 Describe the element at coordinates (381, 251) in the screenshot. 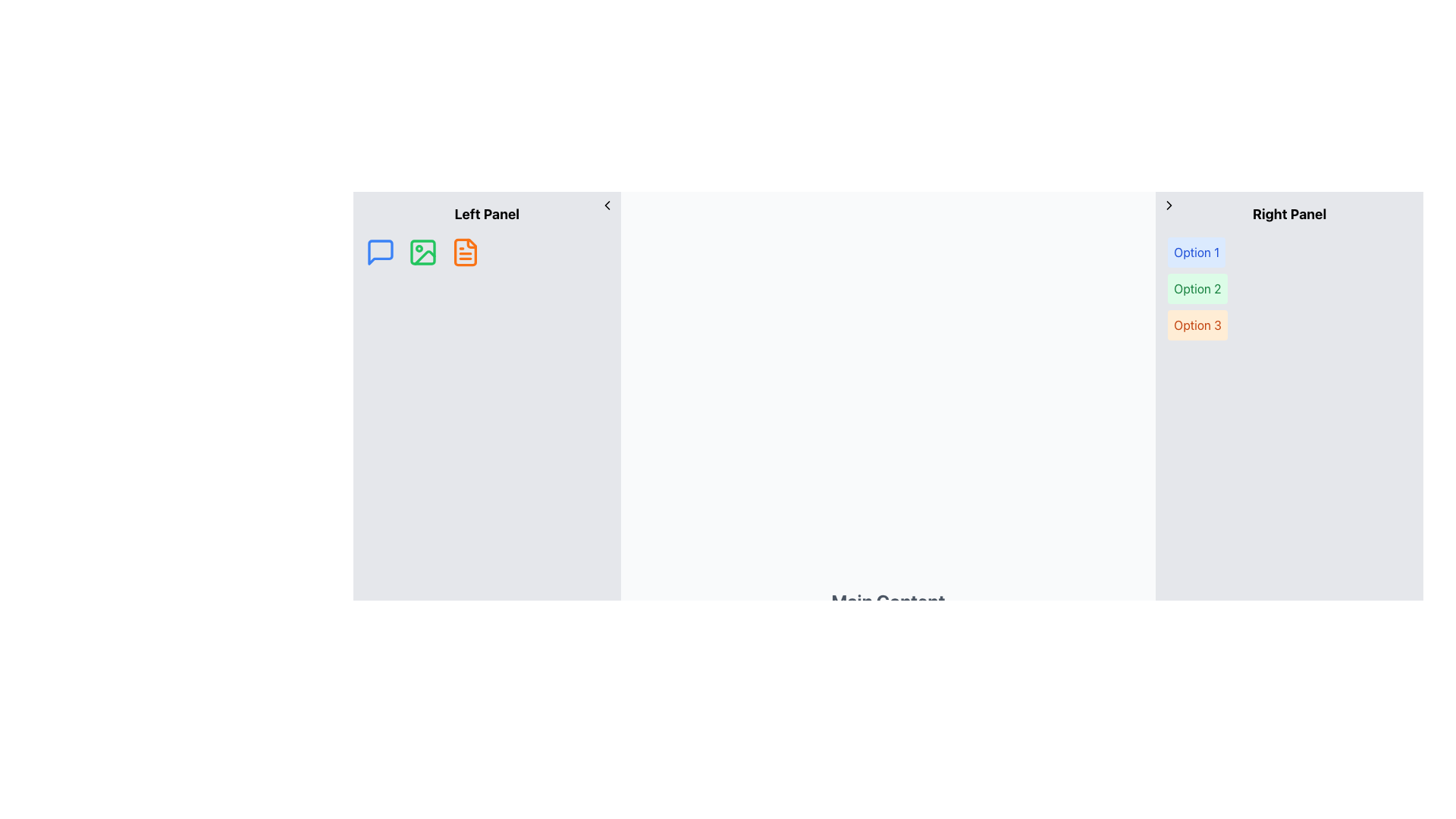

I see `the messaging icon located in the Left Panel interface, which is the first icon from the left` at that location.